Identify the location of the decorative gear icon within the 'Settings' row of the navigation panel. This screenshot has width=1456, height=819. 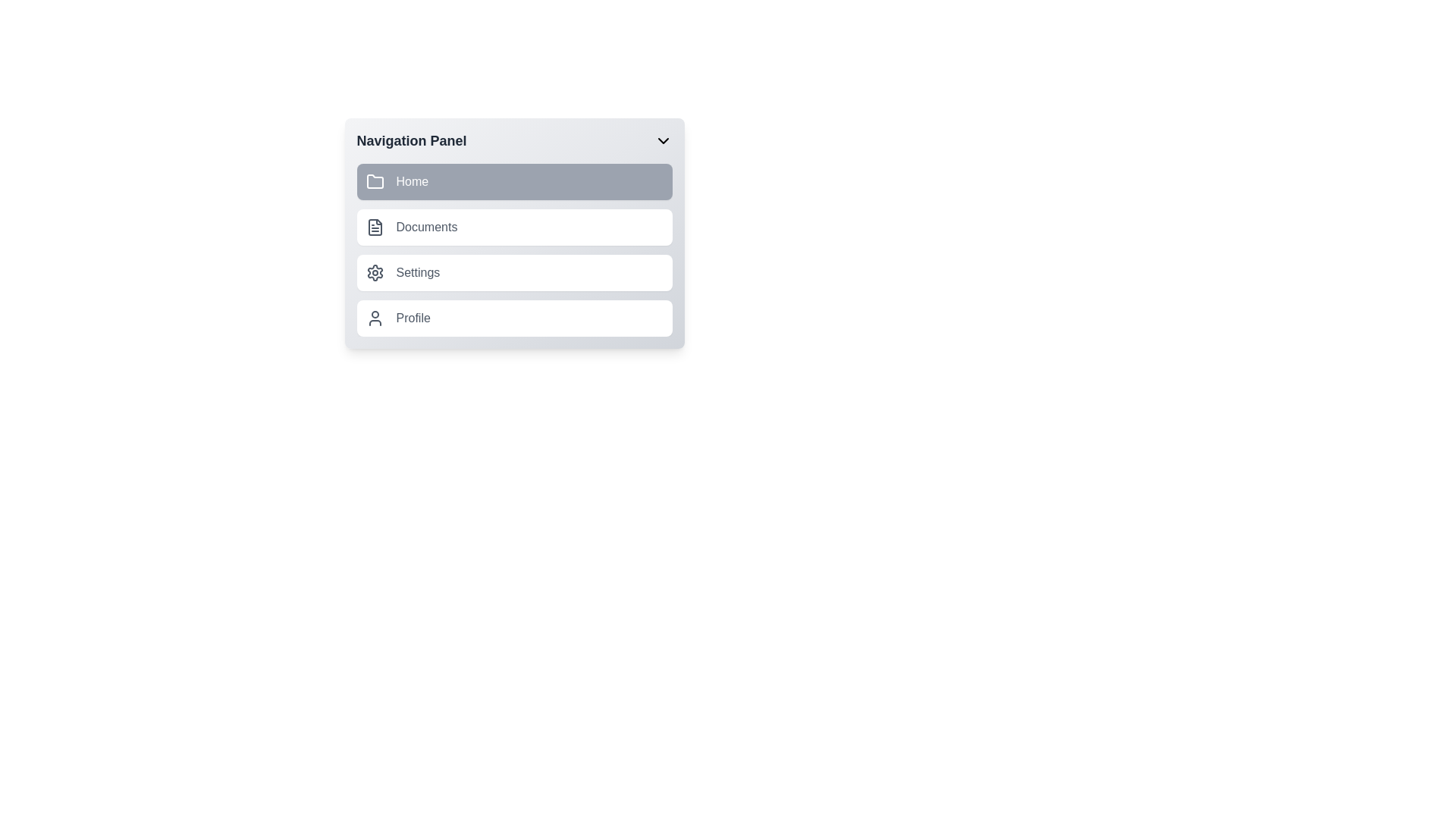
(375, 271).